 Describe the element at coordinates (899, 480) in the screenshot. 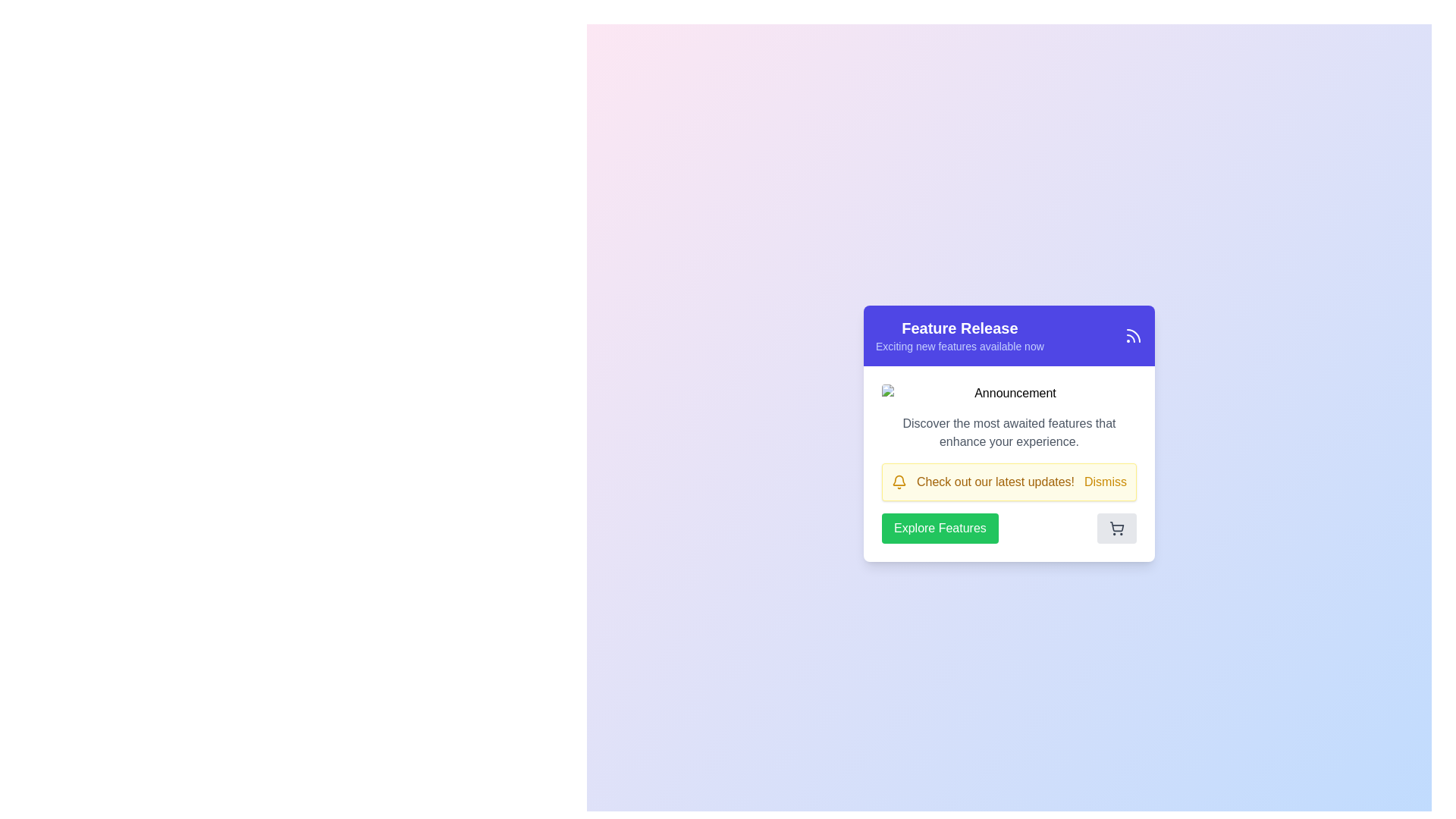

I see `the bell-shaped notification icon styled with a yellow tone, located within an SVG outline, positioned near the top right corner of the feature release card` at that location.